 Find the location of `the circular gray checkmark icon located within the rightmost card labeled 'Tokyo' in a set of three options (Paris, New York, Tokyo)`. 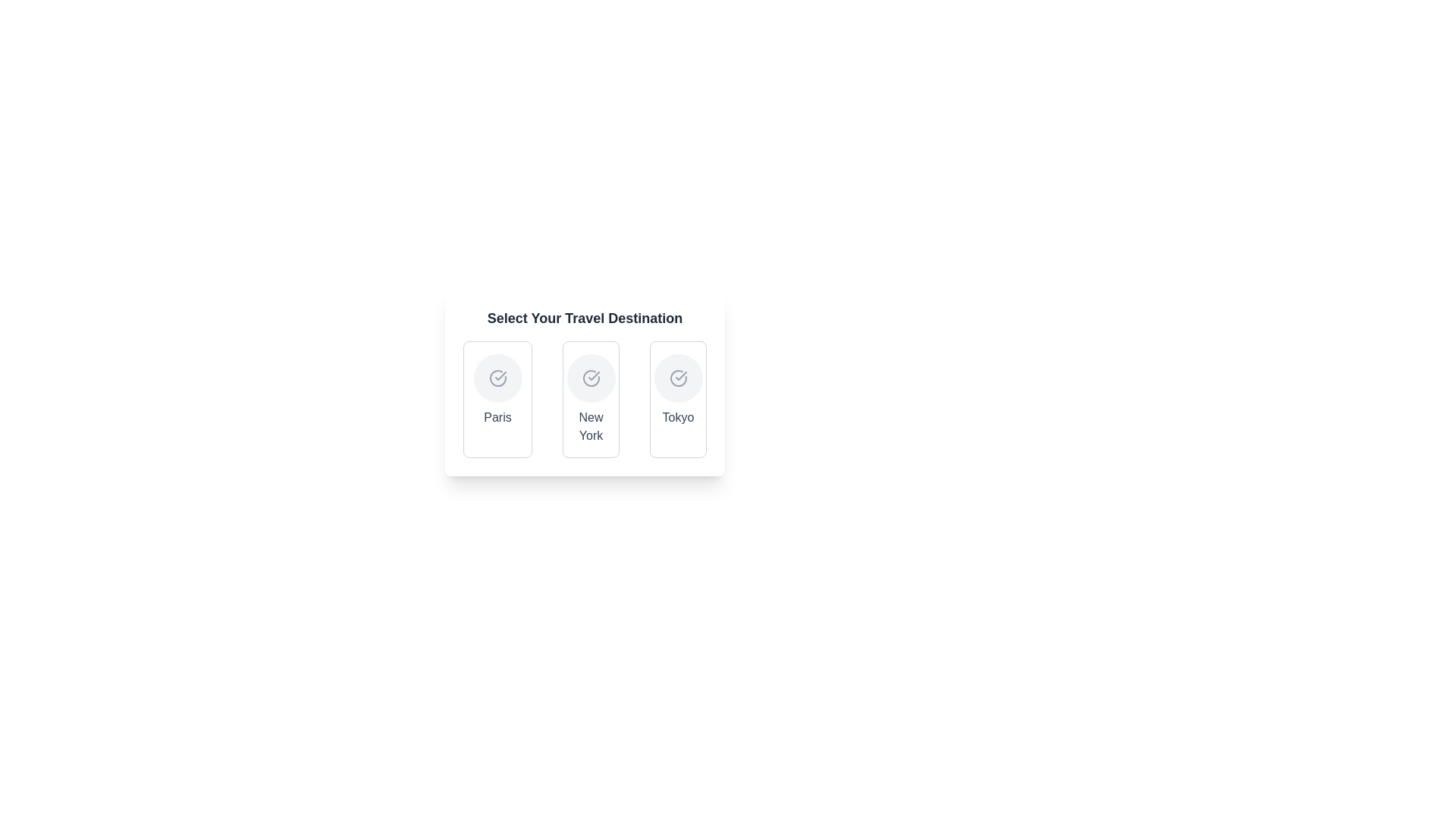

the circular gray checkmark icon located within the rightmost card labeled 'Tokyo' in a set of three options (Paris, New York, Tokyo) is located at coordinates (677, 377).